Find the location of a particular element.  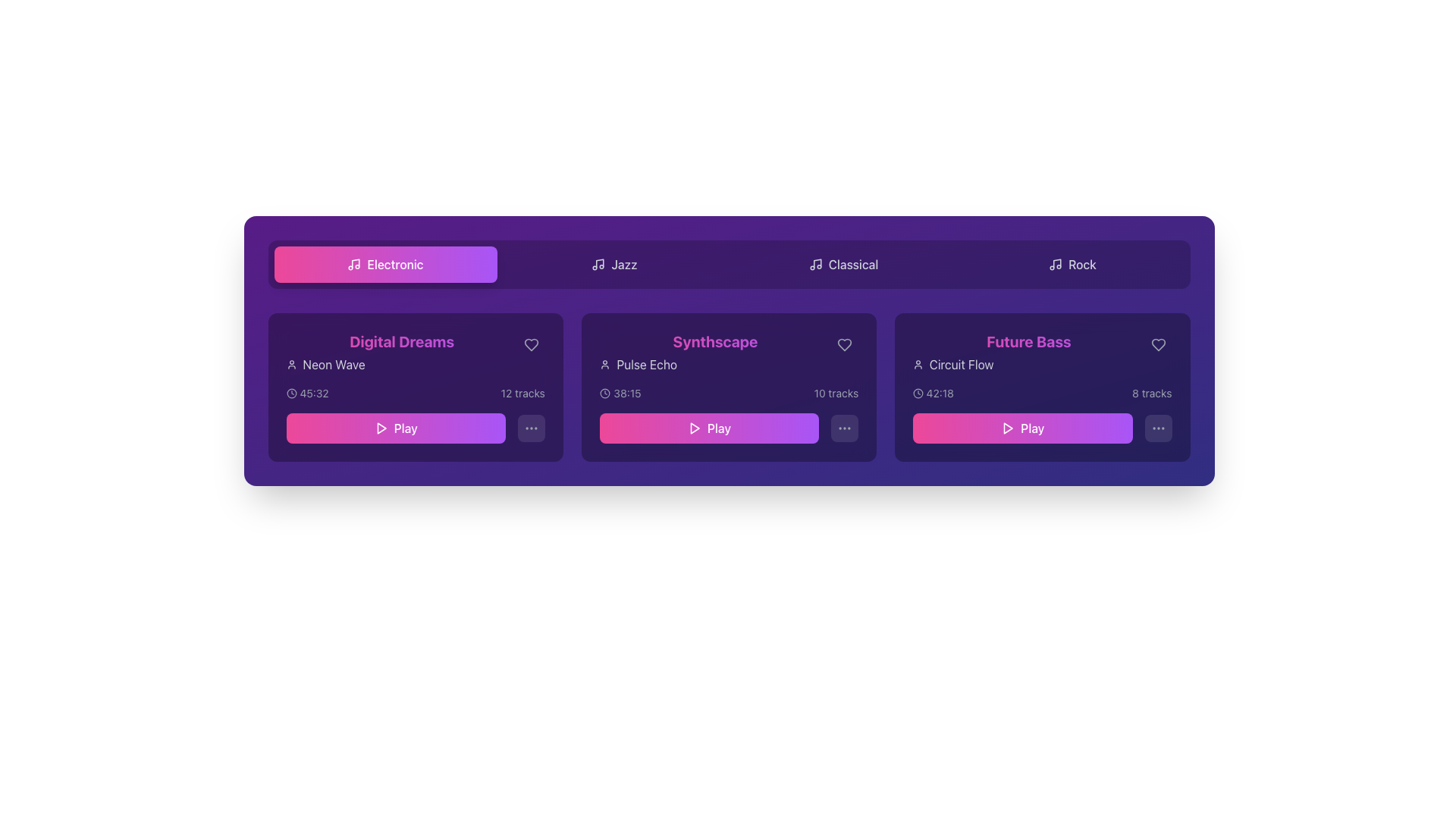

the 'Electronic' category label, which is the first label in the horizontal navigation bar styled with a gradient background and white text is located at coordinates (395, 263).